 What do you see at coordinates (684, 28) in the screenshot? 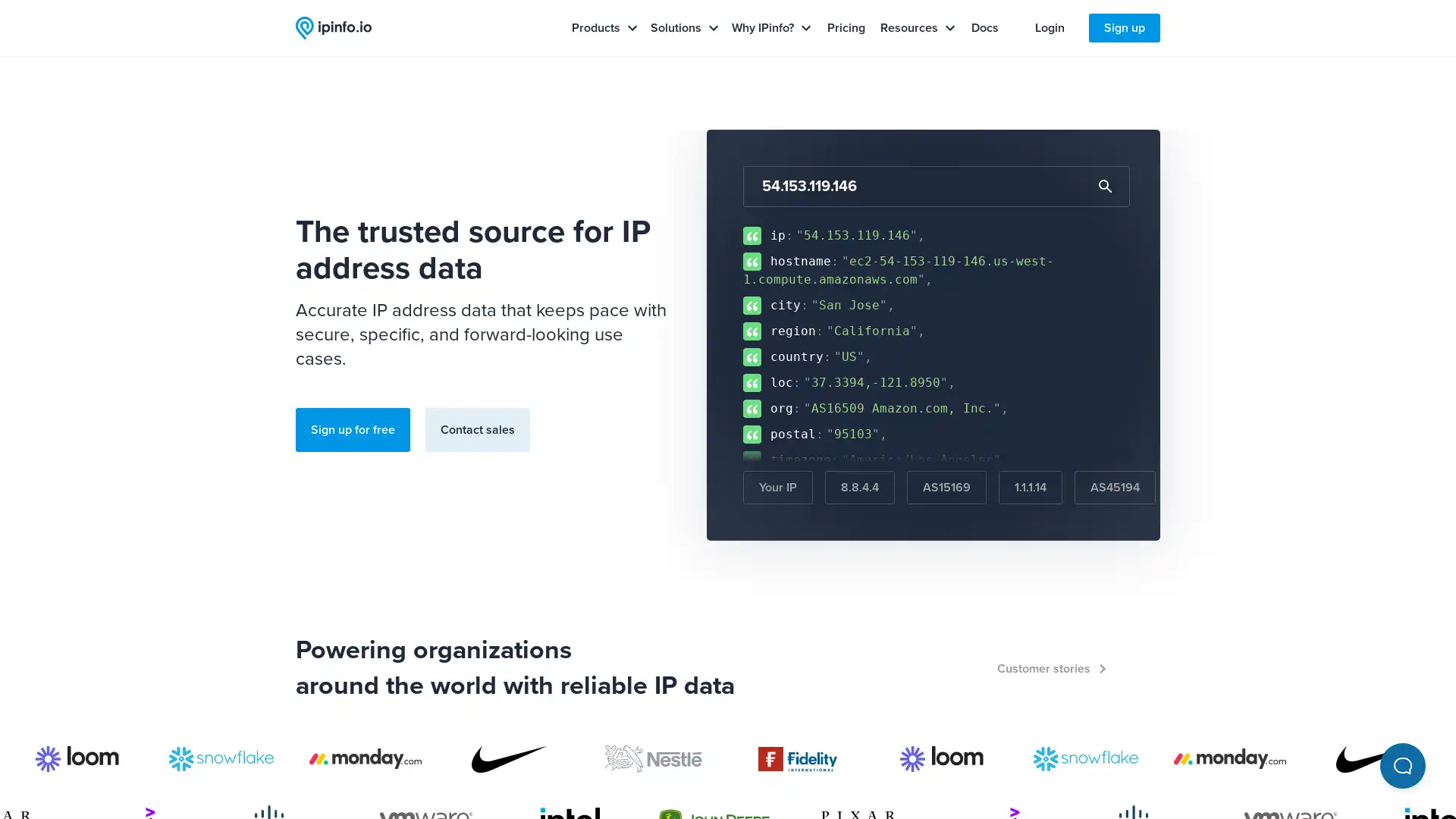
I see `Solutions` at bounding box center [684, 28].